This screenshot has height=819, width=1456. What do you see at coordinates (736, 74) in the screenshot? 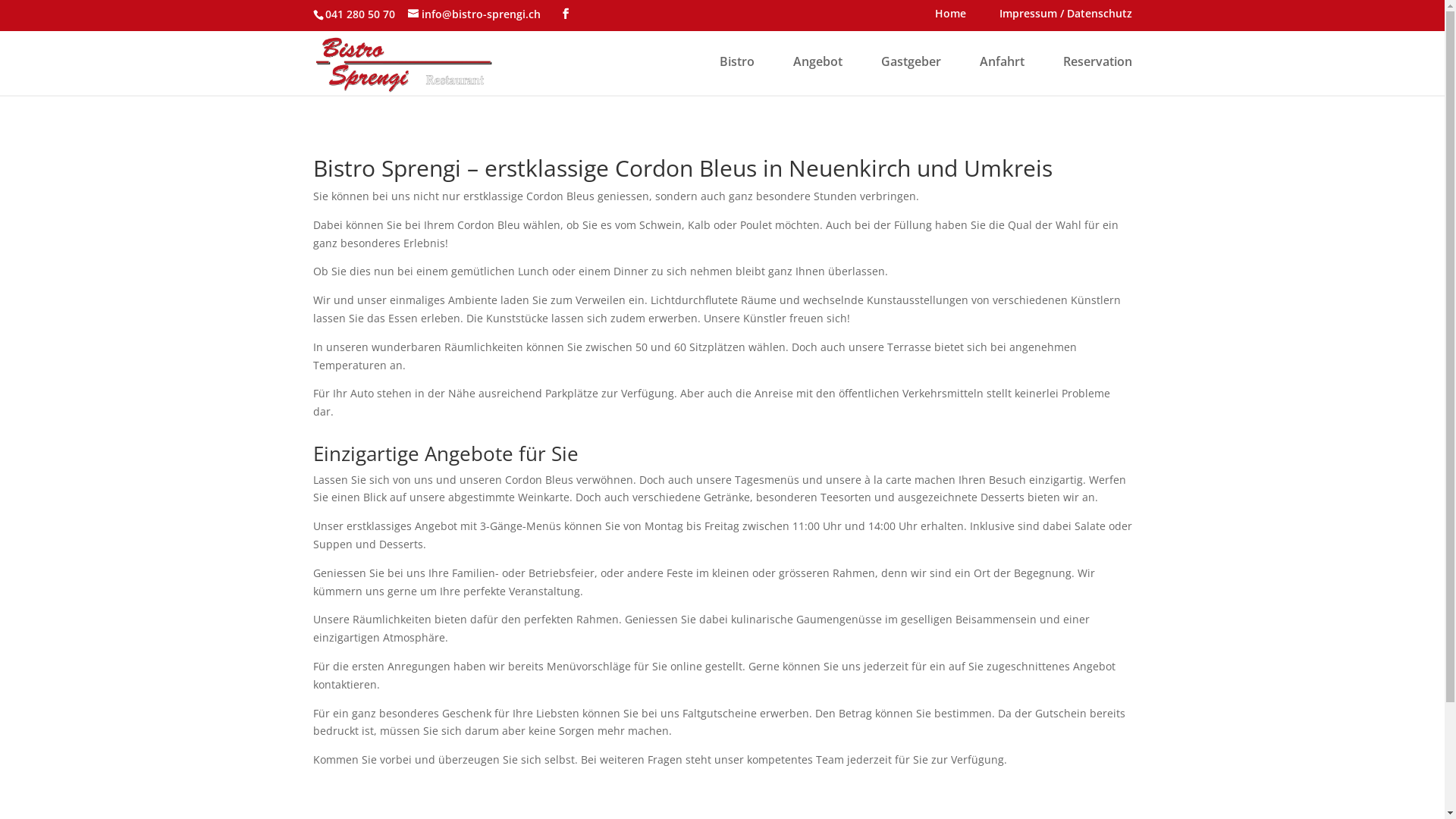
I see `'Bistro'` at bounding box center [736, 74].